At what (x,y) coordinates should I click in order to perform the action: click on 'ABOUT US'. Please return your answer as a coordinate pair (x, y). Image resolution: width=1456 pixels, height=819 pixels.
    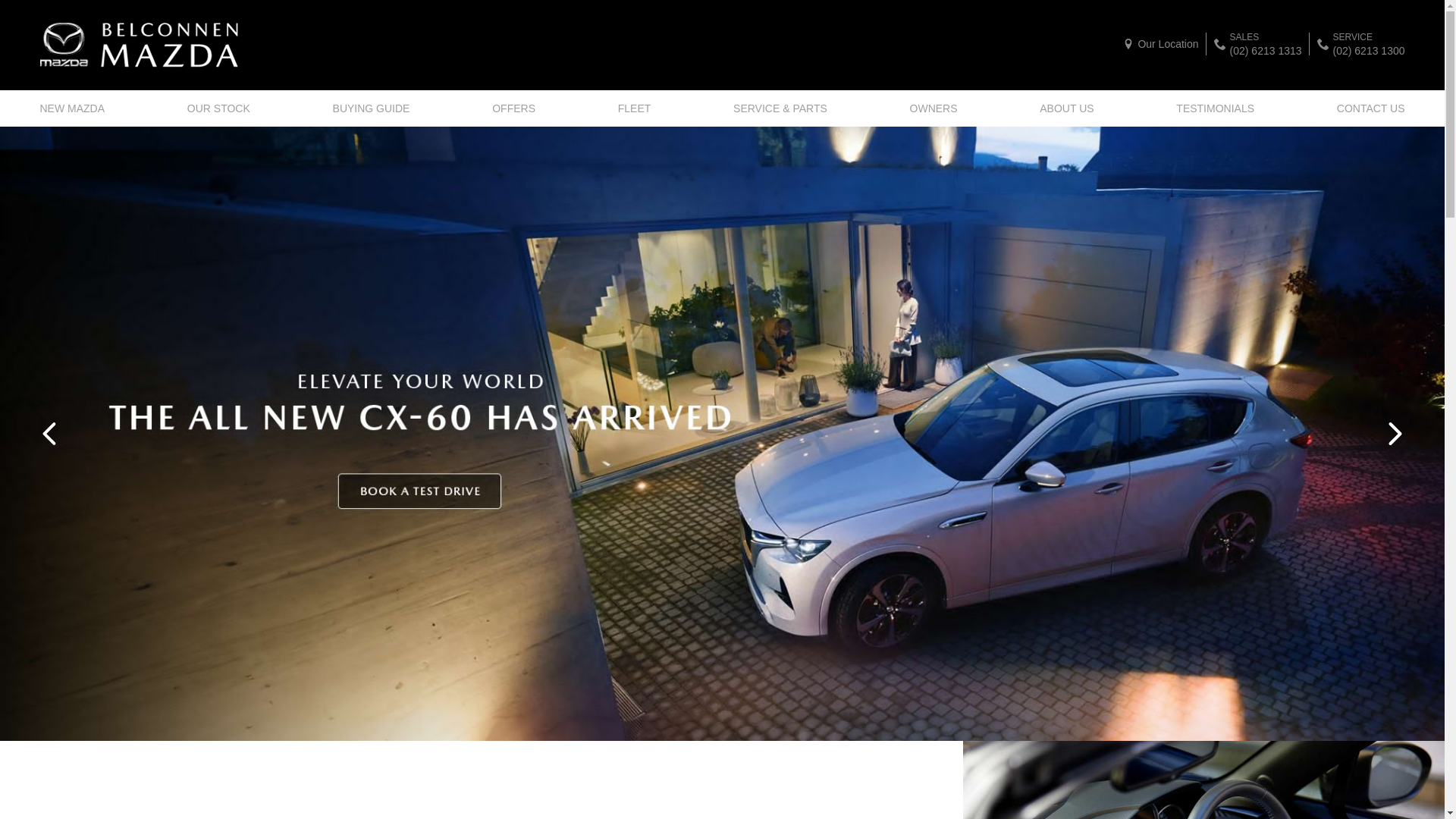
    Looking at the image, I should click on (1065, 107).